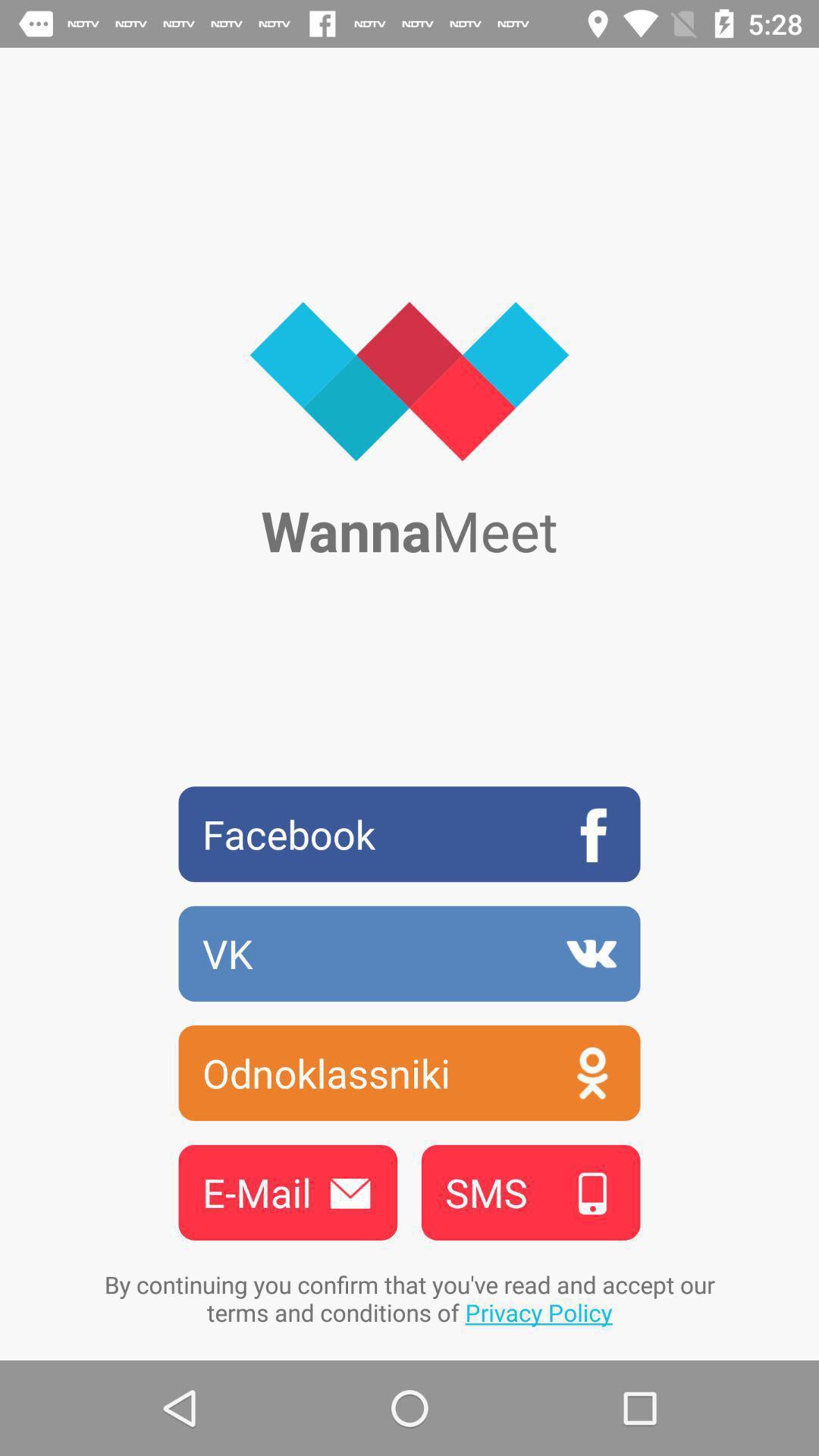  What do you see at coordinates (287, 1191) in the screenshot?
I see `item next to sms icon` at bounding box center [287, 1191].